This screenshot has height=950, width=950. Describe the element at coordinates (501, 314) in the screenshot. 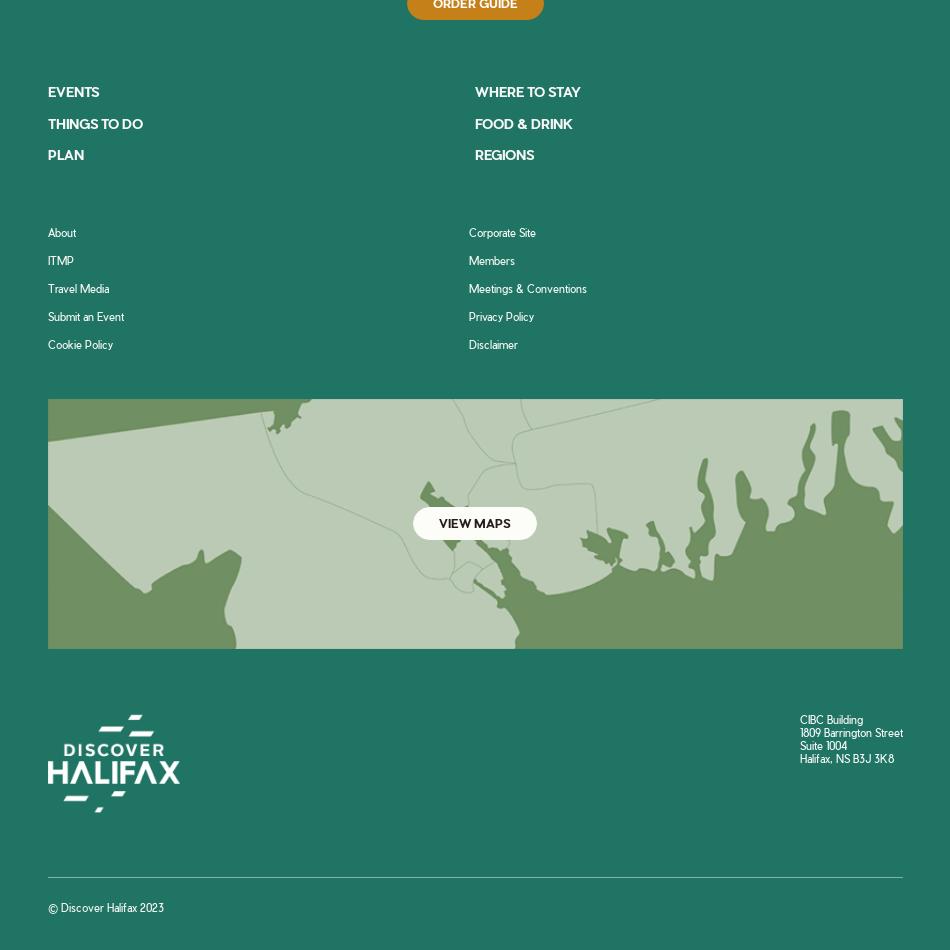

I see `'Privacy Policy'` at that location.